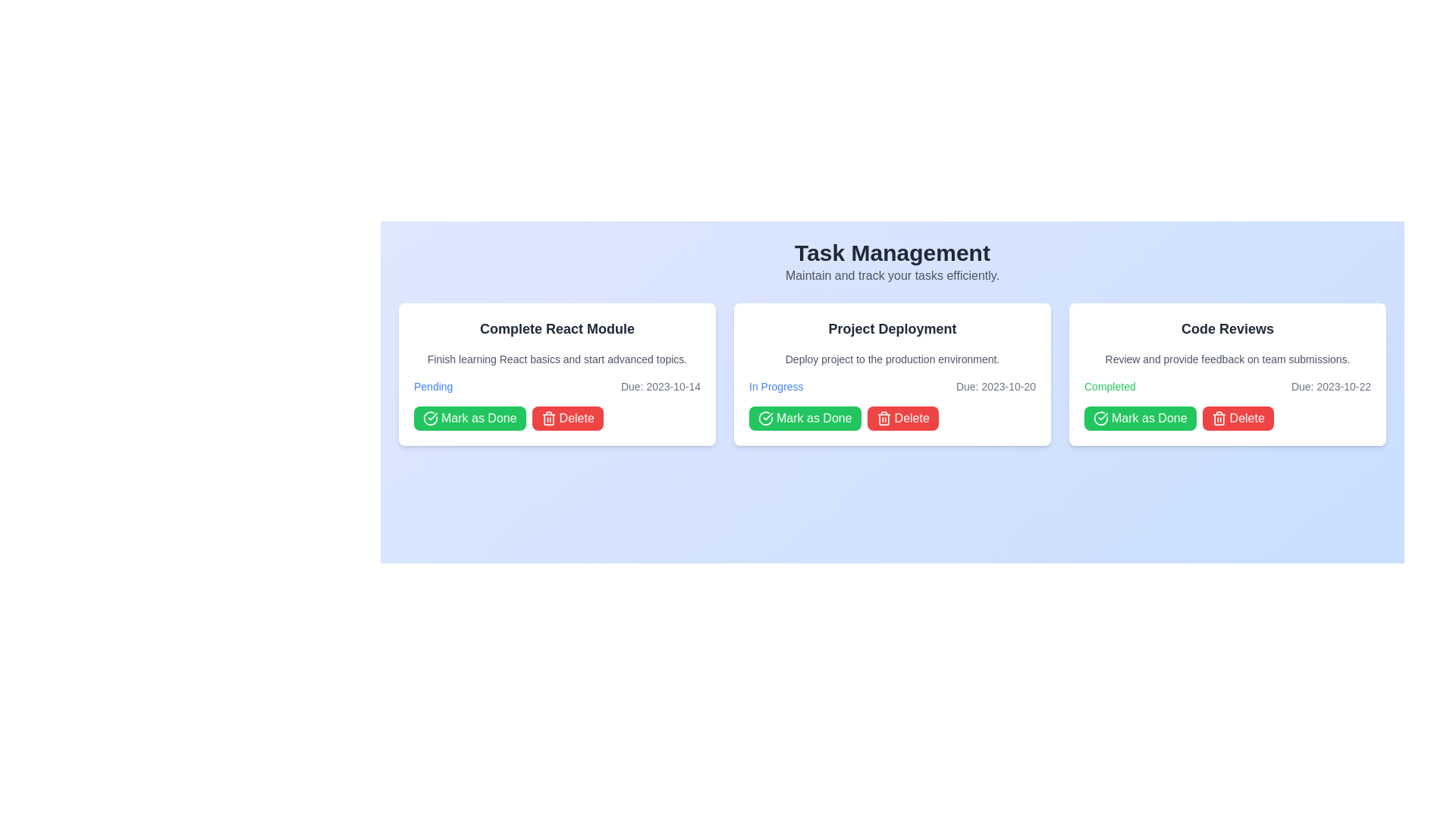  Describe the element at coordinates (432, 385) in the screenshot. I see `the static text label displaying 'Pending' styled in blue color, located near the top-left corner of the task card titled 'Complete React Module'` at that location.